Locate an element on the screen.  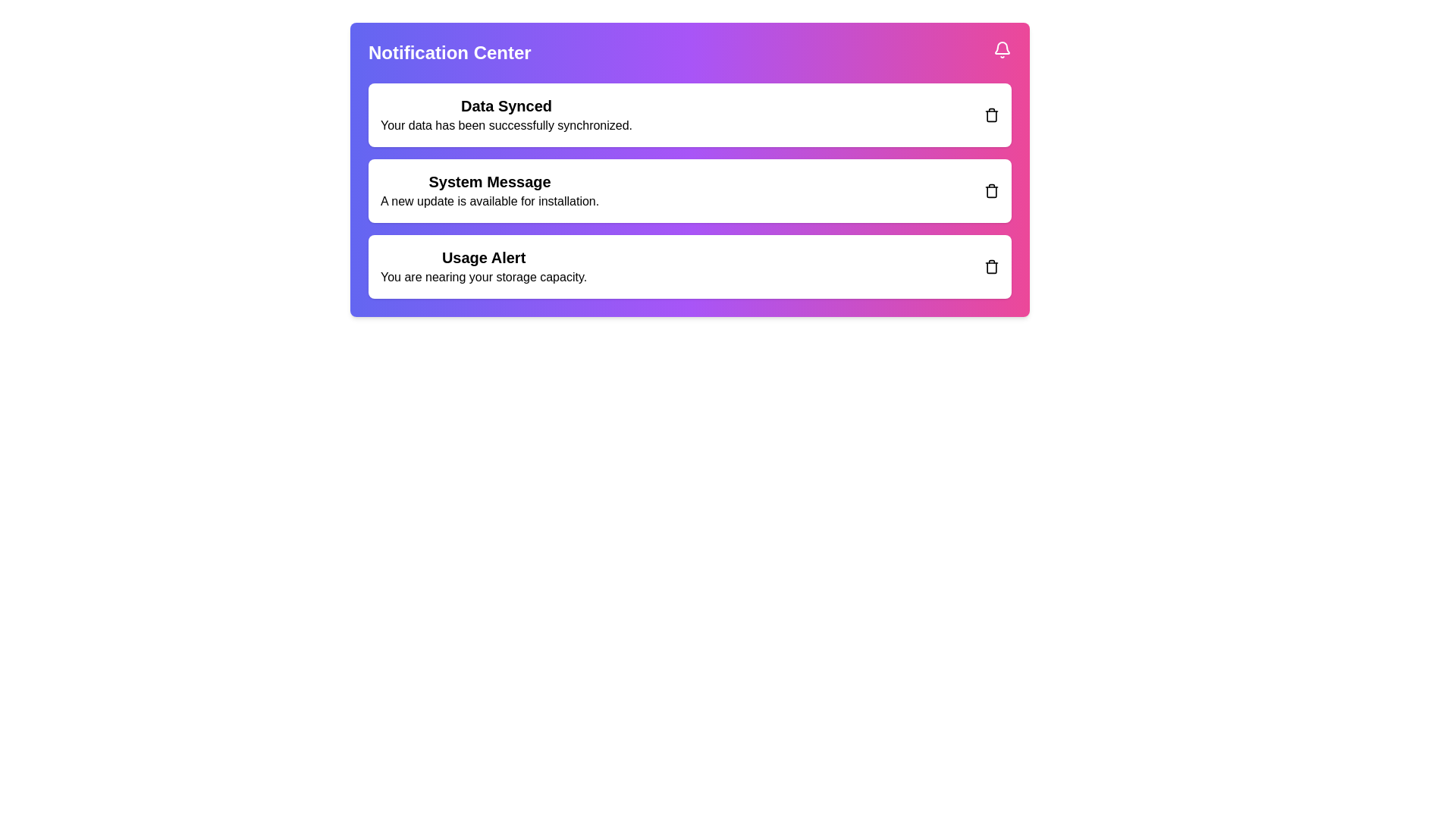
the delete button located at the top right corner of the second notification card labeled 'System Message' is located at coordinates (992, 190).